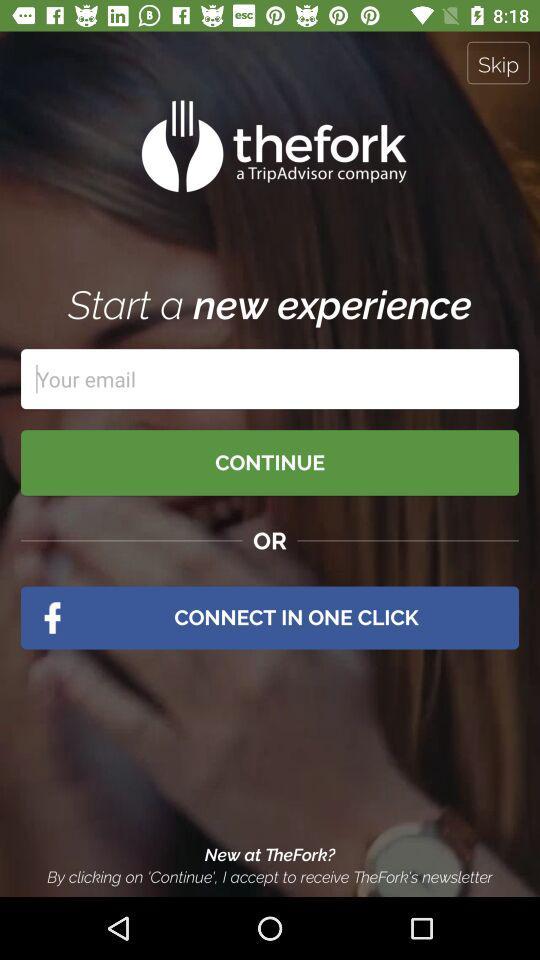 The height and width of the screenshot is (960, 540). Describe the element at coordinates (270, 378) in the screenshot. I see `email` at that location.